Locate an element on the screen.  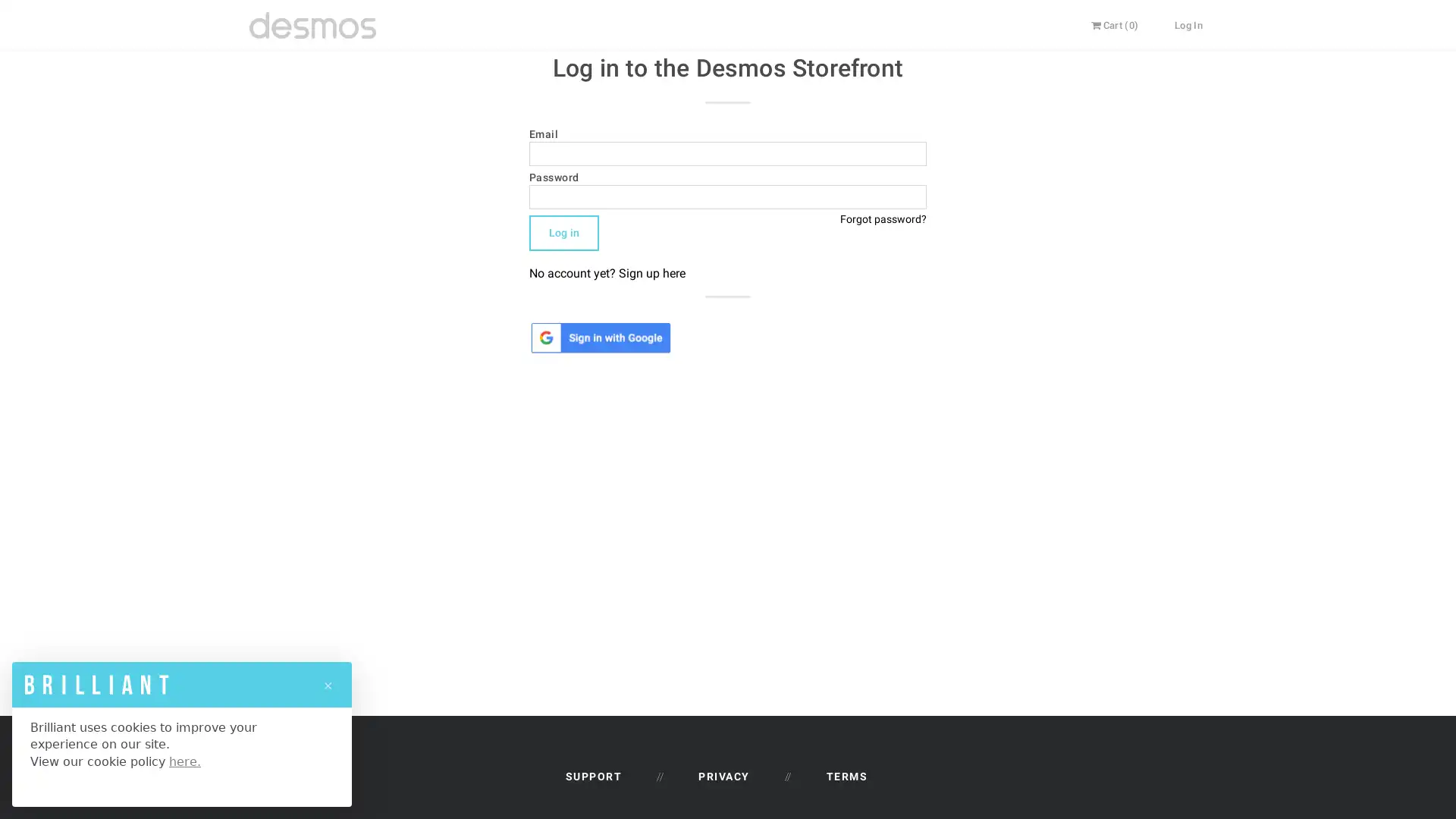
Log in is located at coordinates (563, 233).